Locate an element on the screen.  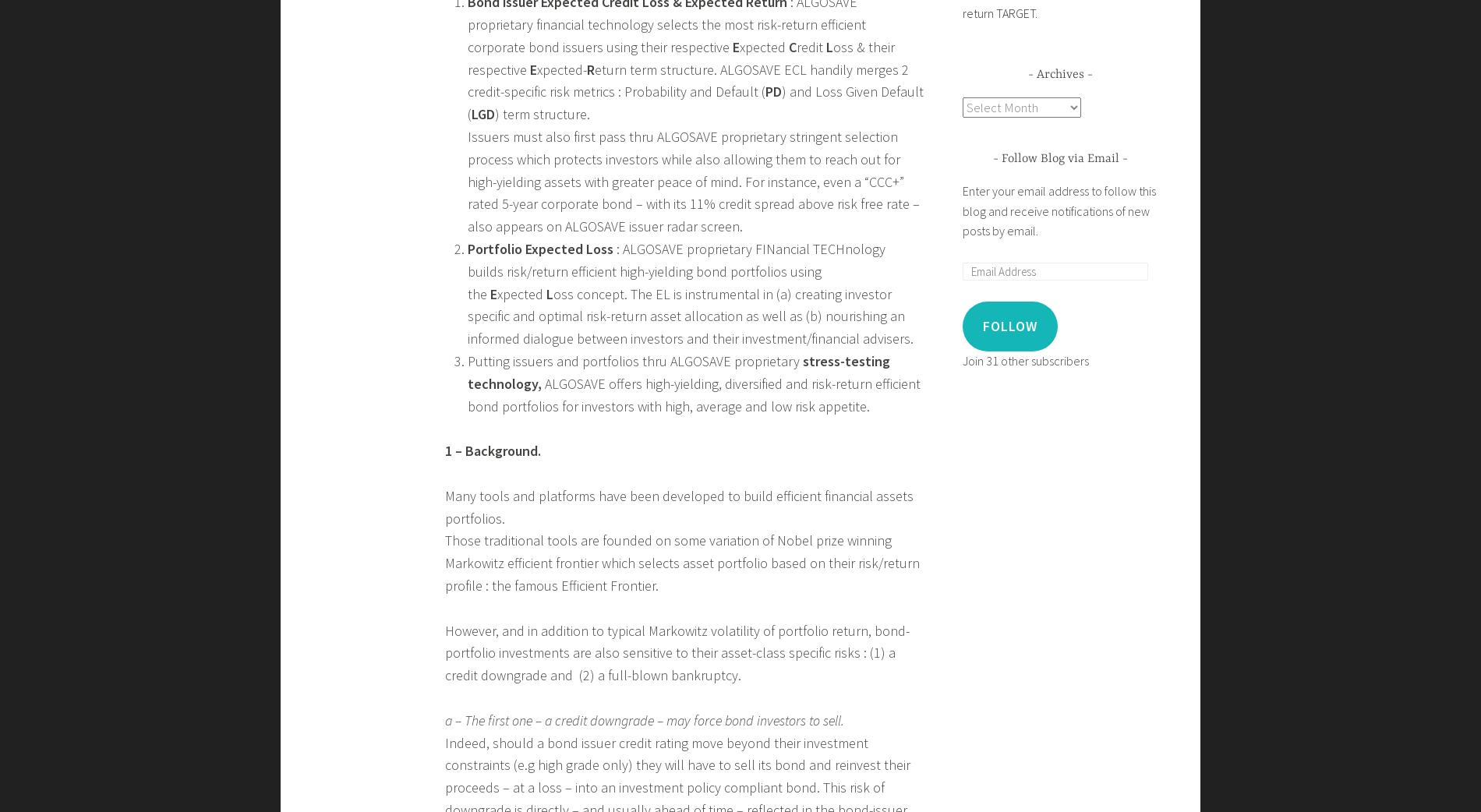
'Putting issuers and portfolios thru ALGOSAVE proprietary' is located at coordinates (633, 361).